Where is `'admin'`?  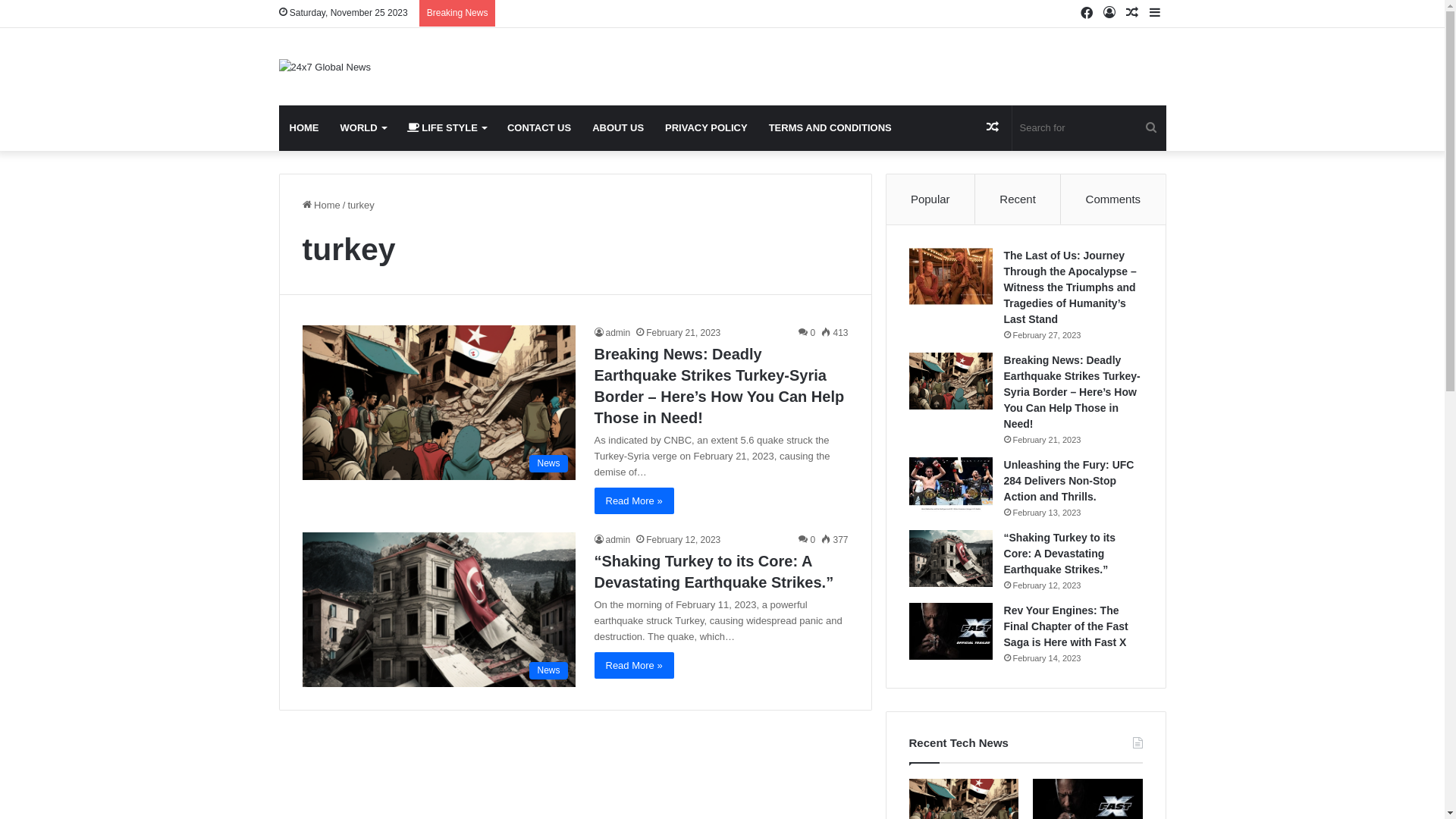
'admin' is located at coordinates (612, 332).